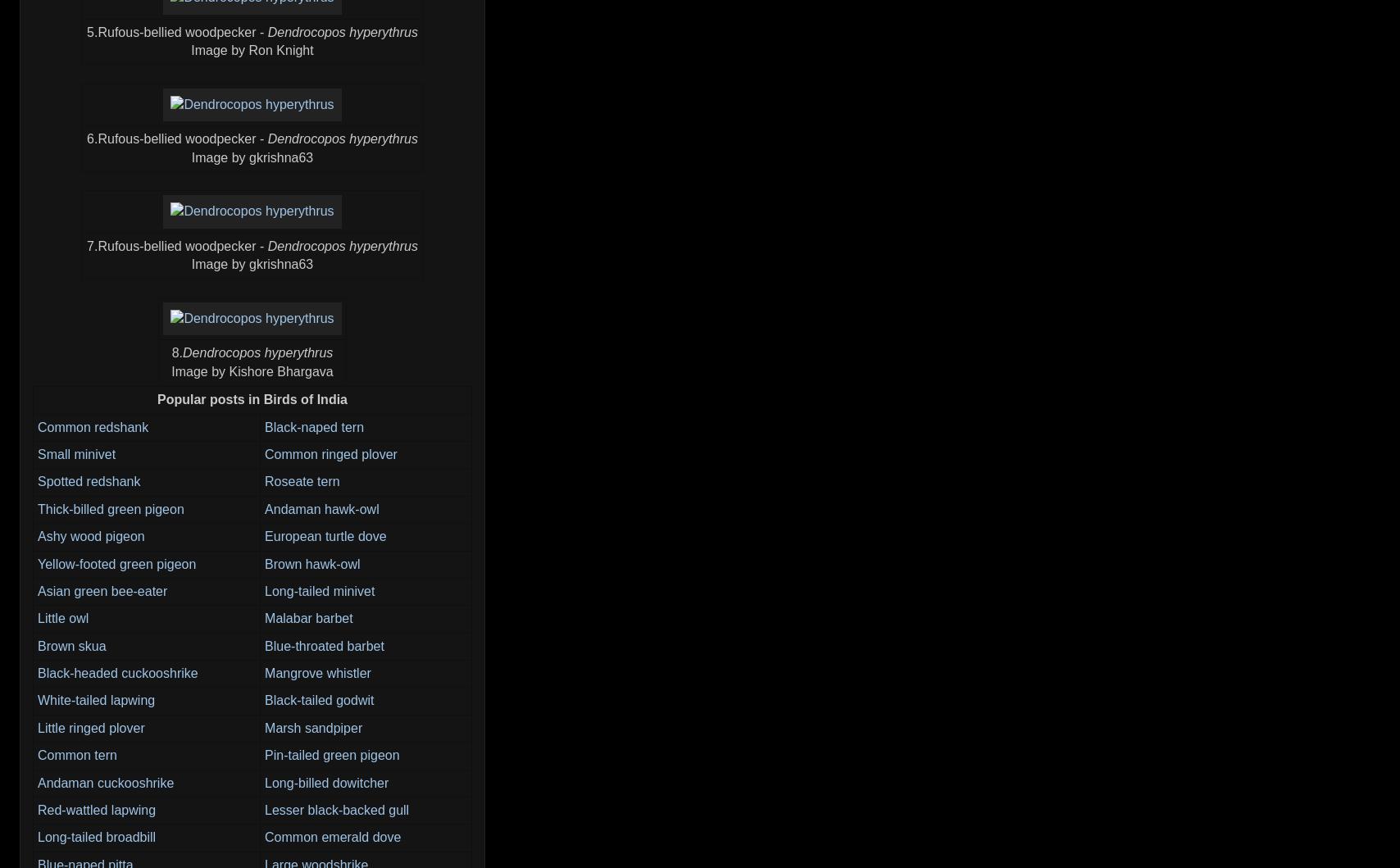  I want to click on 'Thick-billed green pigeon', so click(37, 507).